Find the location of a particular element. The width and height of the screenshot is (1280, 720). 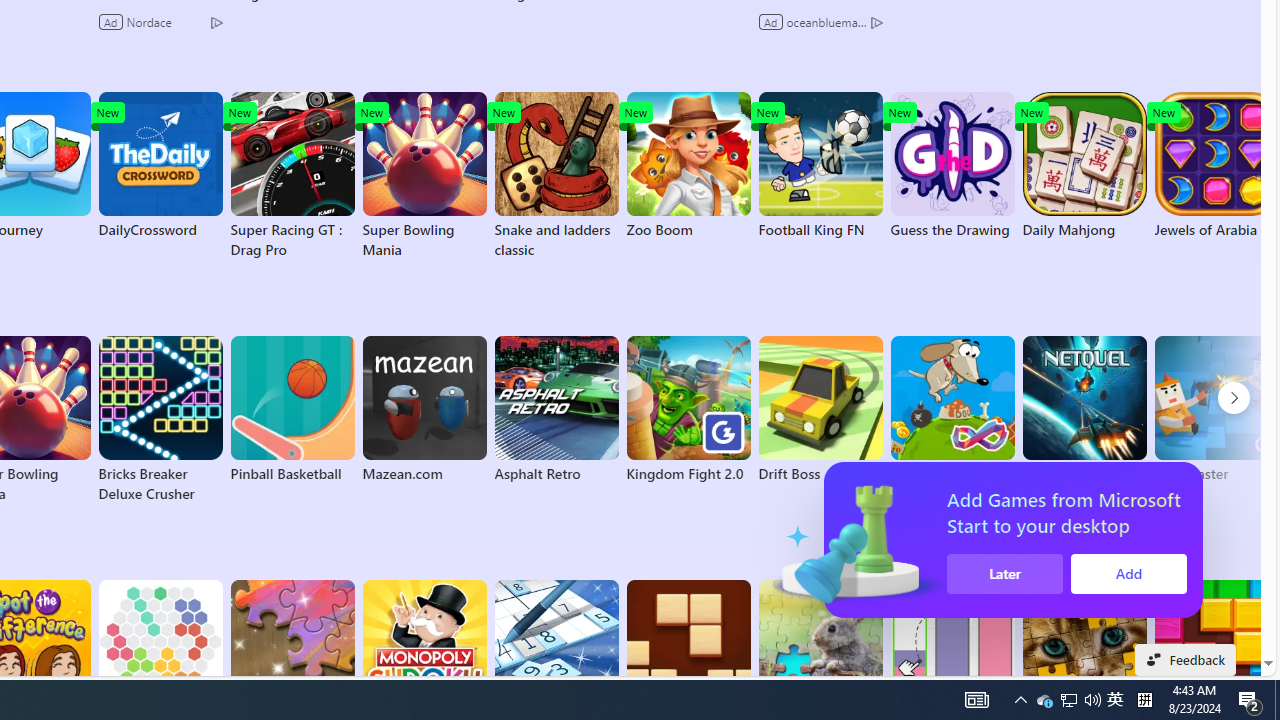

'Drift Boss' is located at coordinates (820, 409).